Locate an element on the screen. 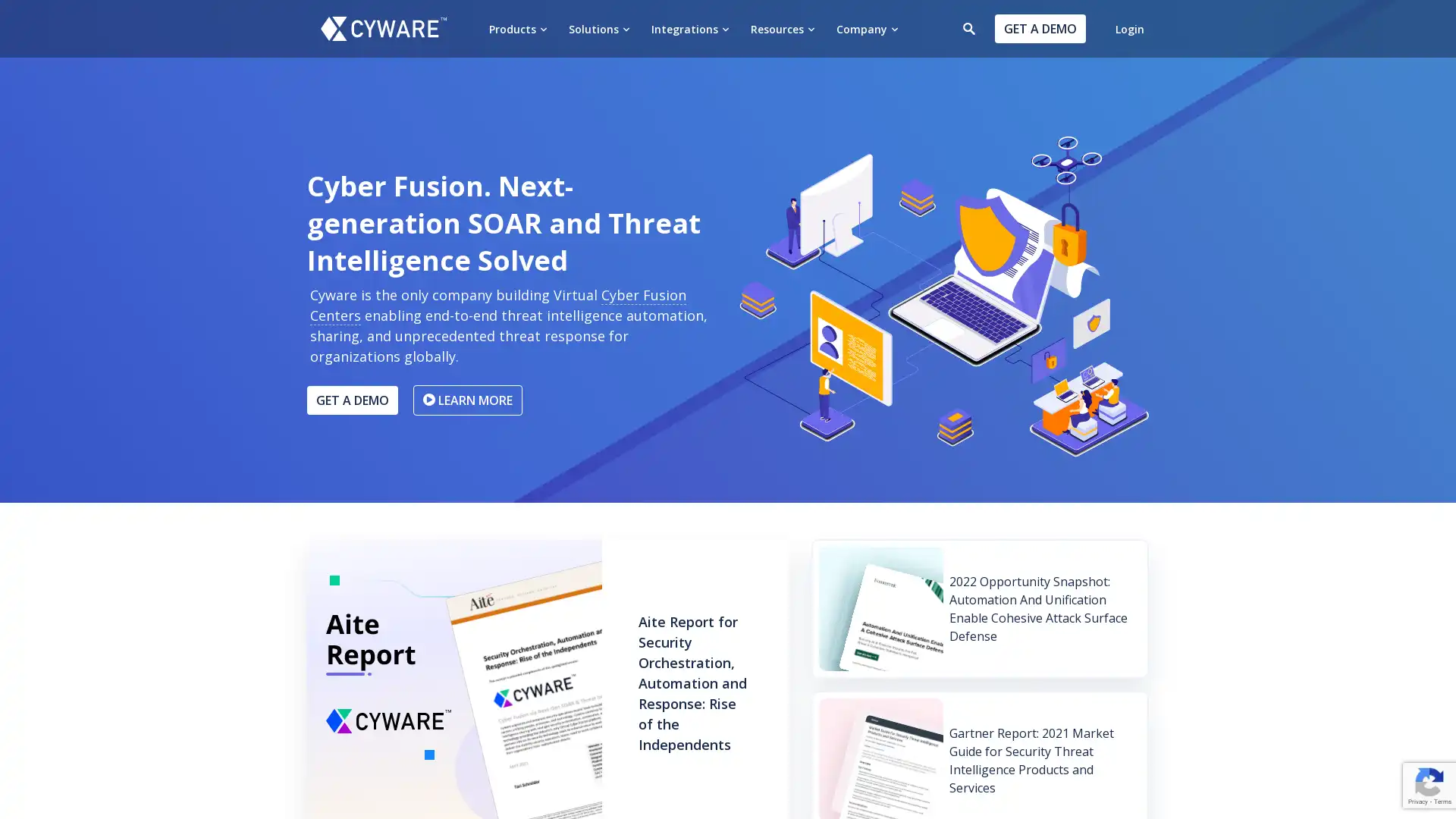 The image size is (1456, 819). Solutions is located at coordinates (598, 28).